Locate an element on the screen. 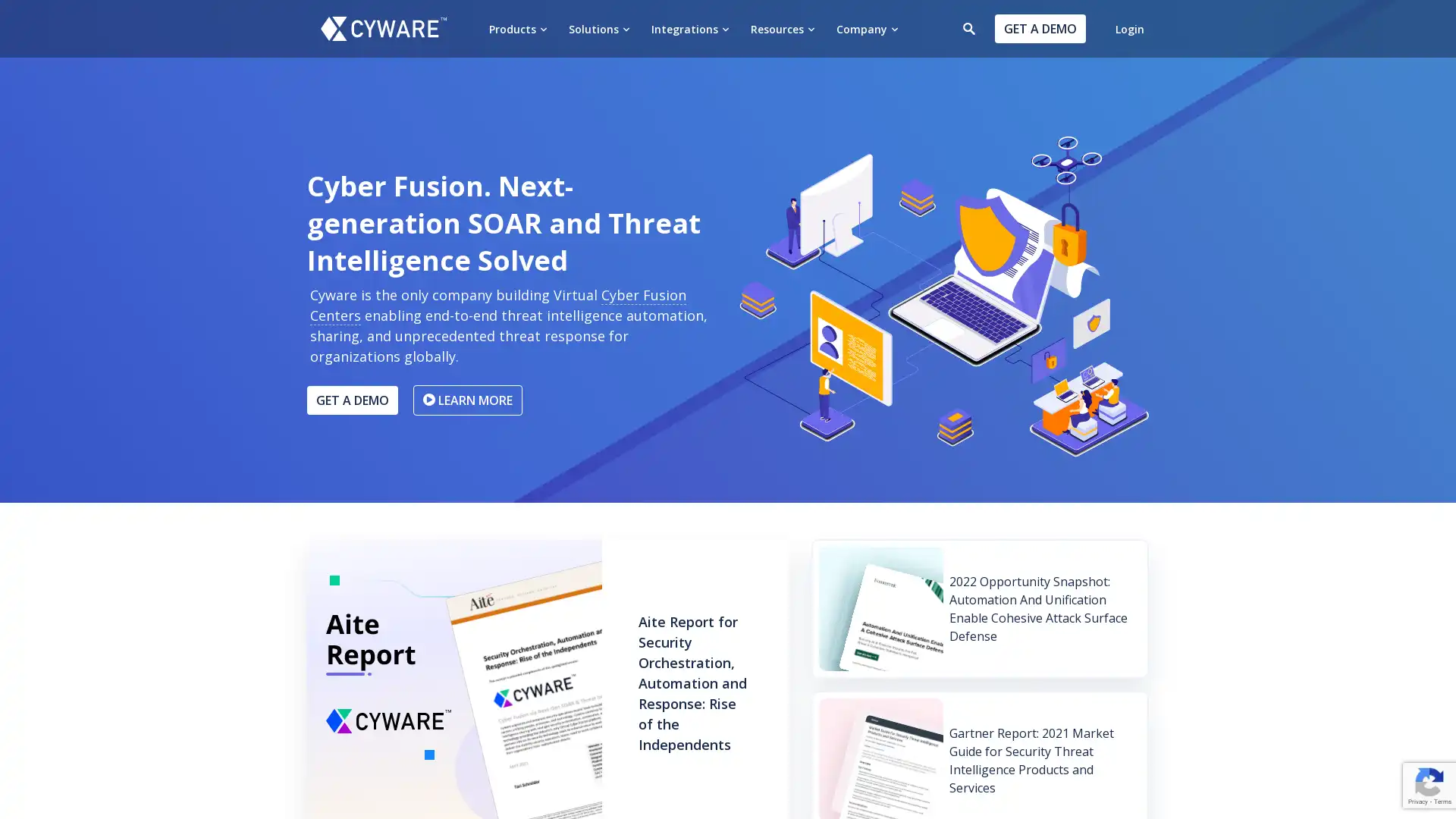 The image size is (1456, 819). Solutions is located at coordinates (598, 28).